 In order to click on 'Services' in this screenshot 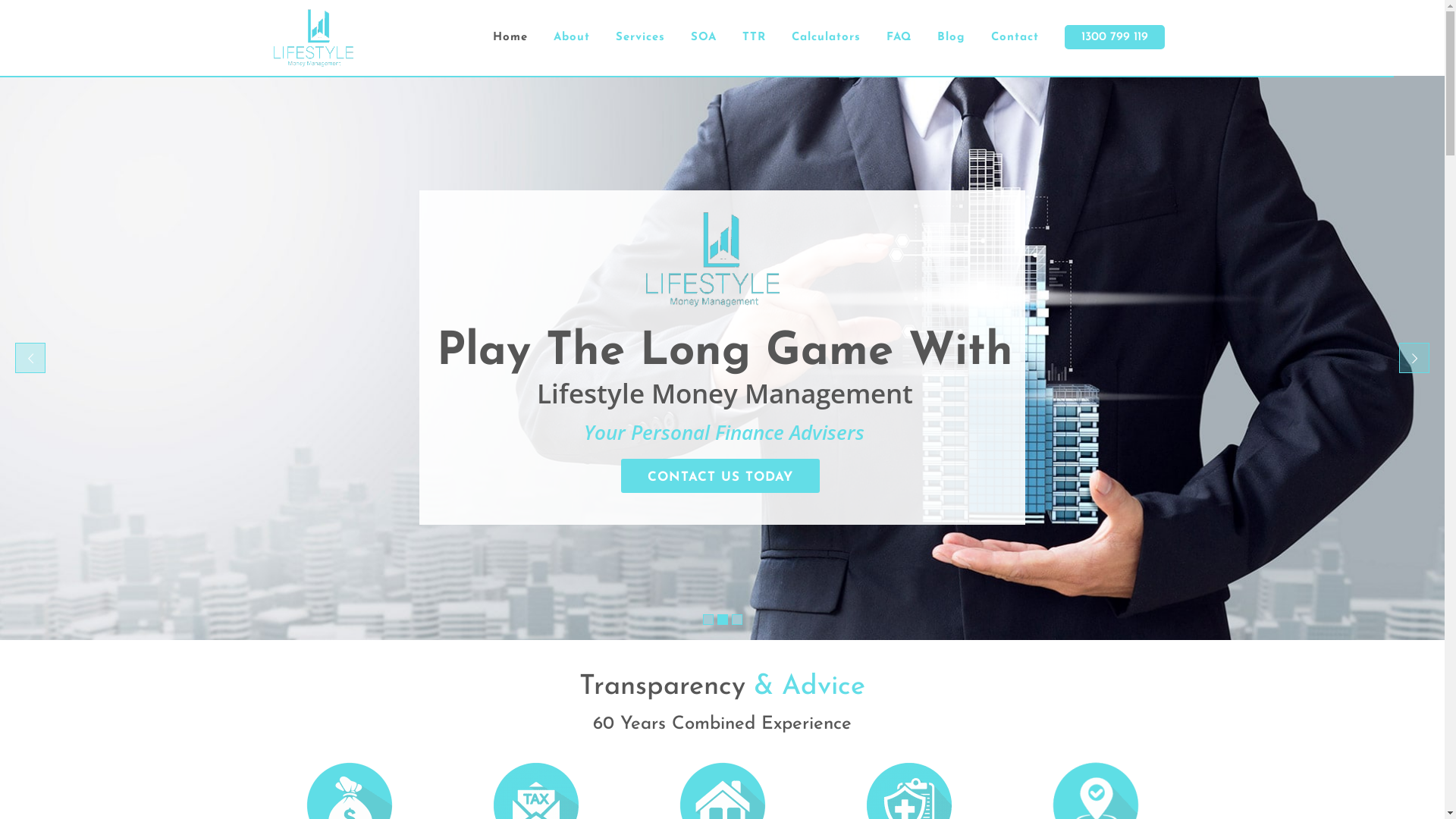, I will do `click(639, 37)`.